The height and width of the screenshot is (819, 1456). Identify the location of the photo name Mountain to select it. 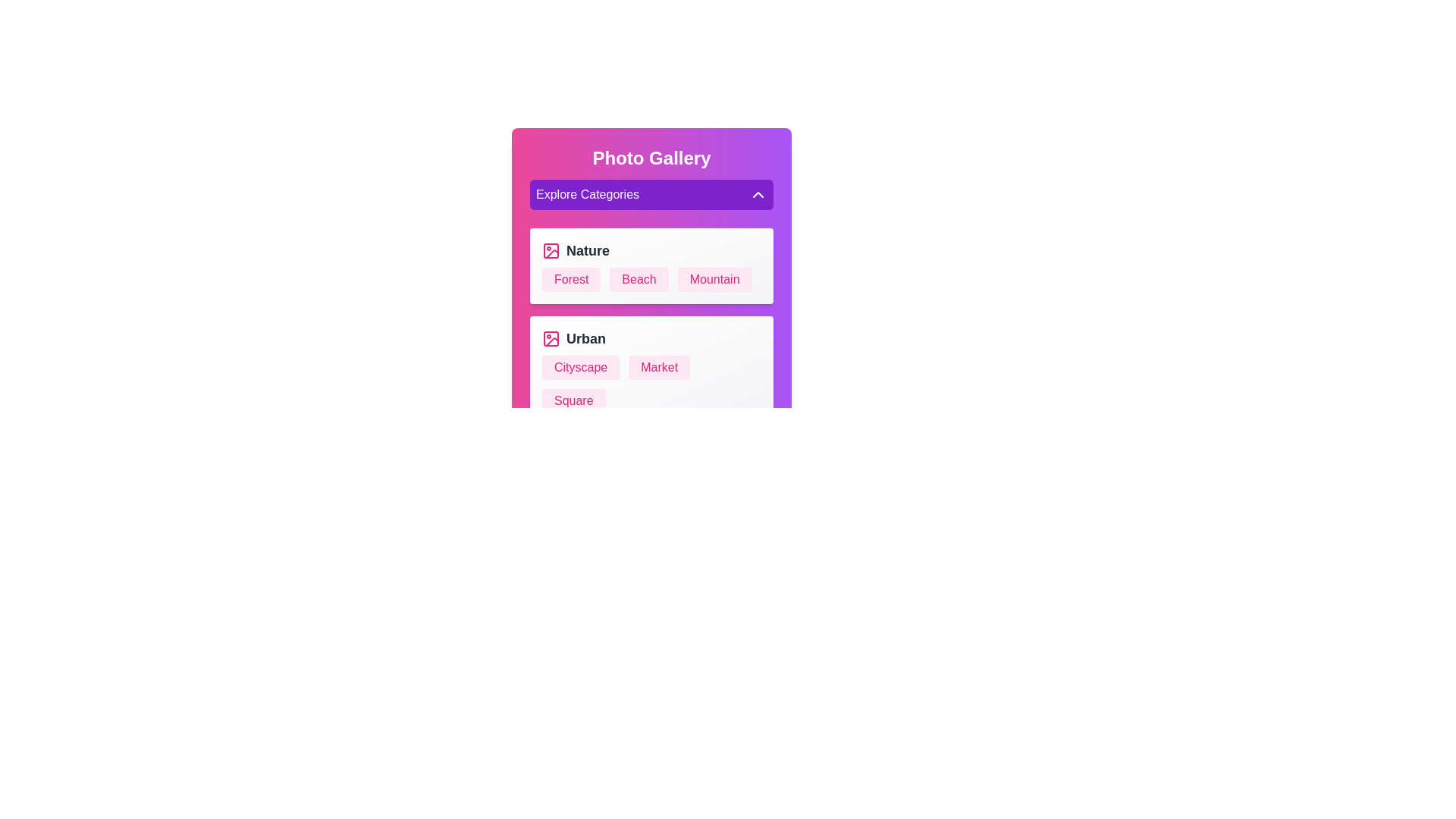
(714, 280).